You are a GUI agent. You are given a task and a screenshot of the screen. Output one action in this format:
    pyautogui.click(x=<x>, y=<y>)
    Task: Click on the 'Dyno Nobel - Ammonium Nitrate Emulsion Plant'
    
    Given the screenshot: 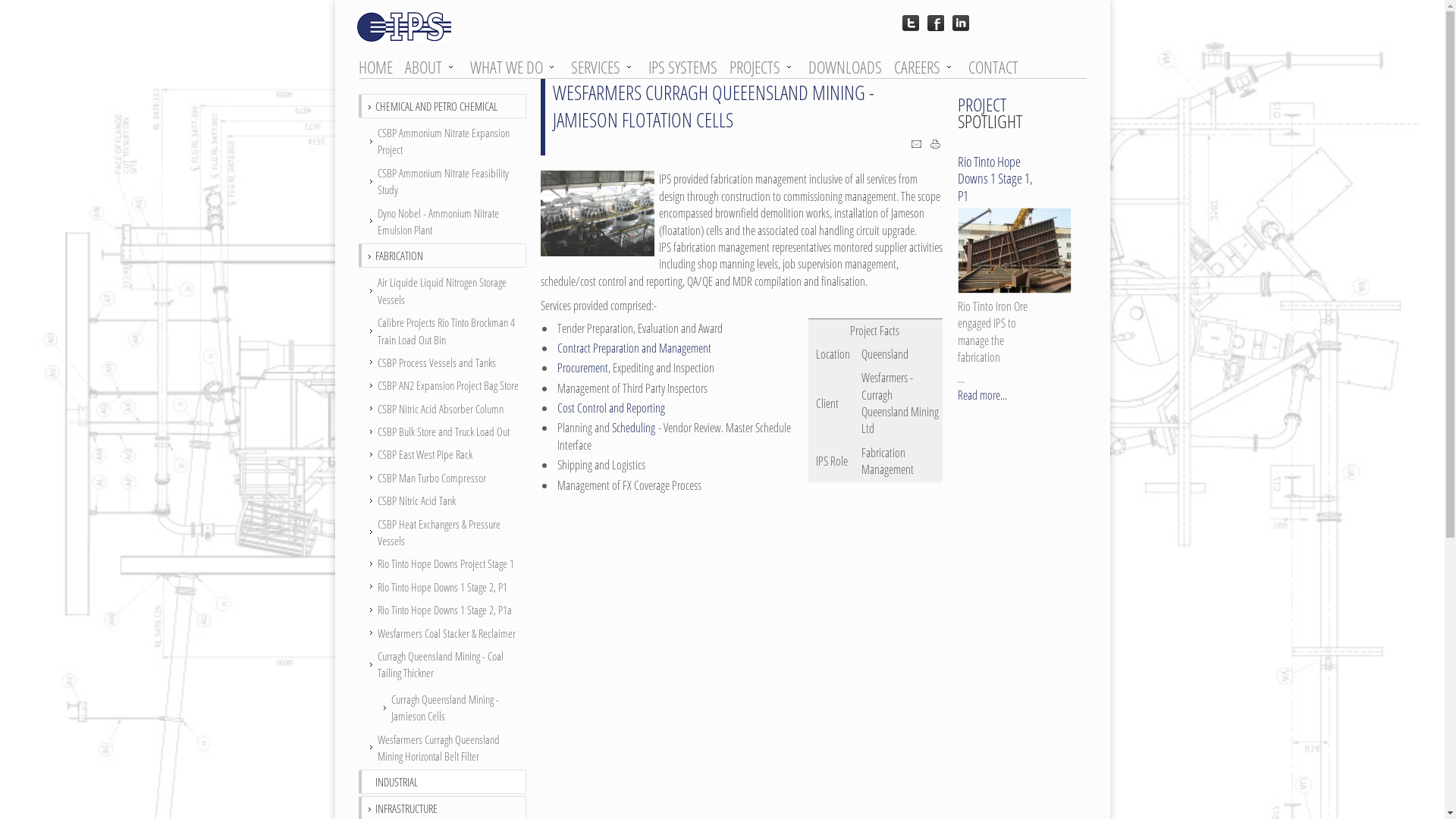 What is the action you would take?
    pyautogui.click(x=365, y=221)
    